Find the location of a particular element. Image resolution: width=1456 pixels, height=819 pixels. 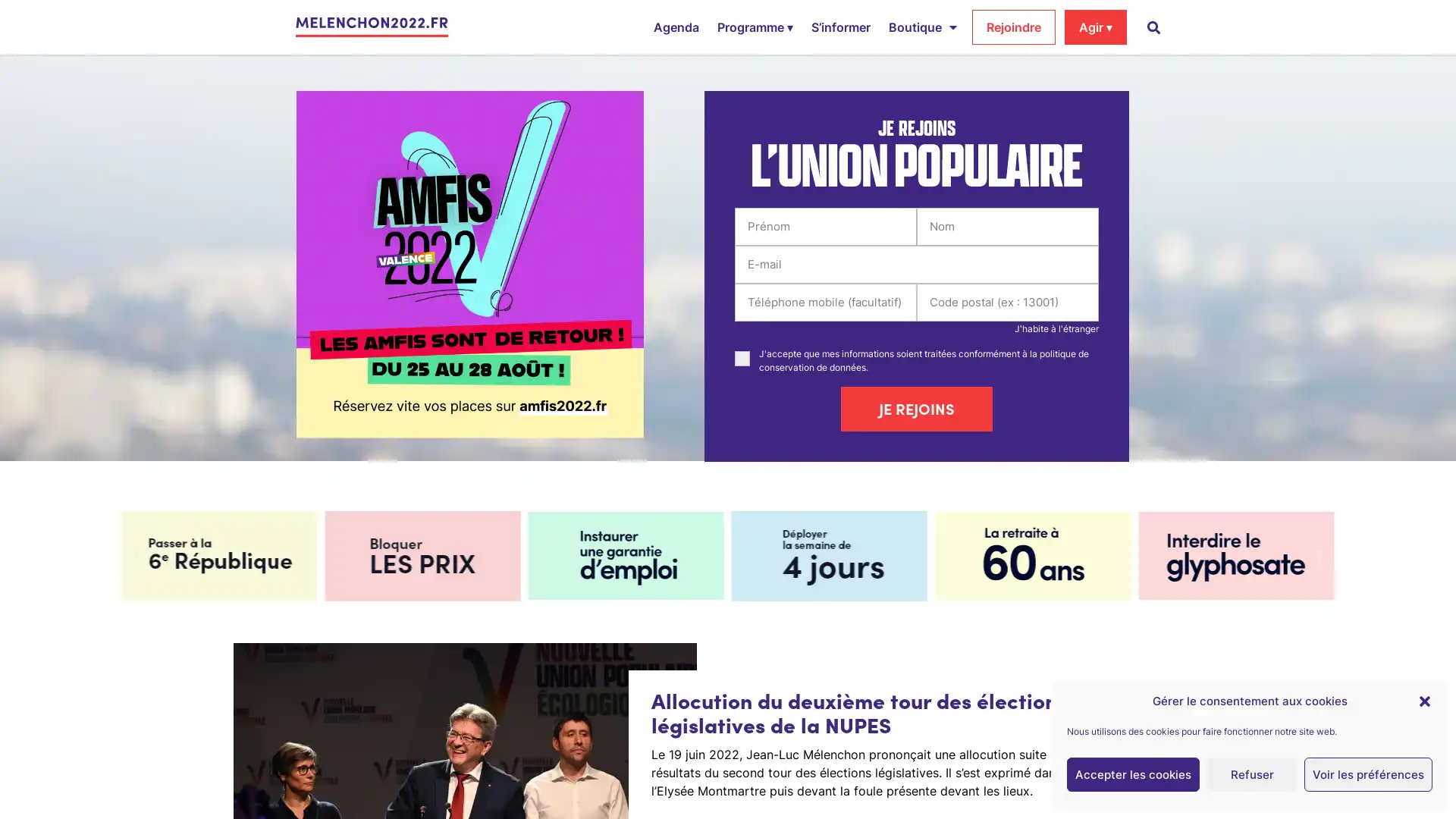

Accepter les cookies is located at coordinates (1133, 774).